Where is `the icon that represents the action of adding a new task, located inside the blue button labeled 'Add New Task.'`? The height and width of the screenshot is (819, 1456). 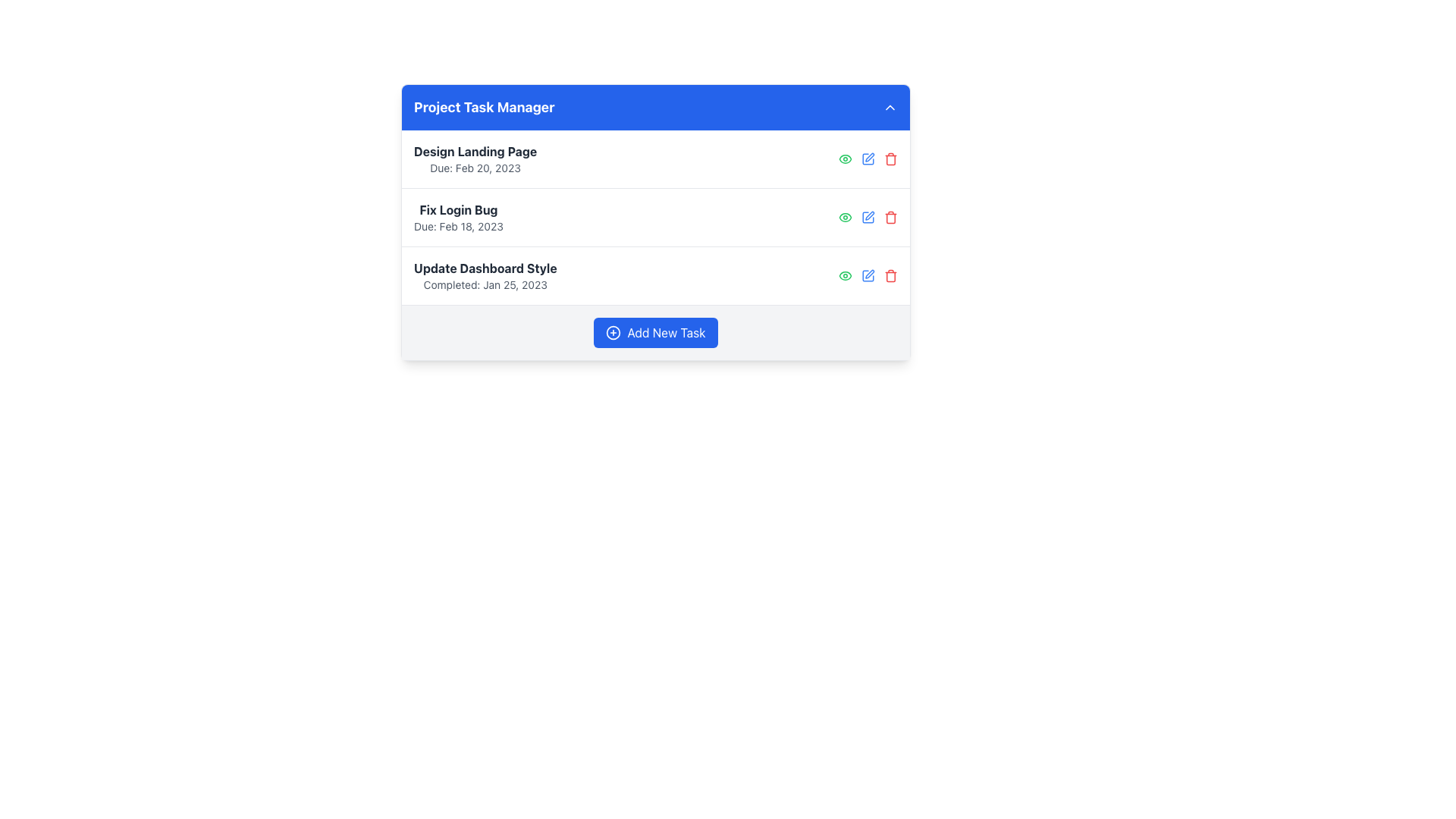
the icon that represents the action of adding a new task, located inside the blue button labeled 'Add New Task.' is located at coordinates (613, 332).